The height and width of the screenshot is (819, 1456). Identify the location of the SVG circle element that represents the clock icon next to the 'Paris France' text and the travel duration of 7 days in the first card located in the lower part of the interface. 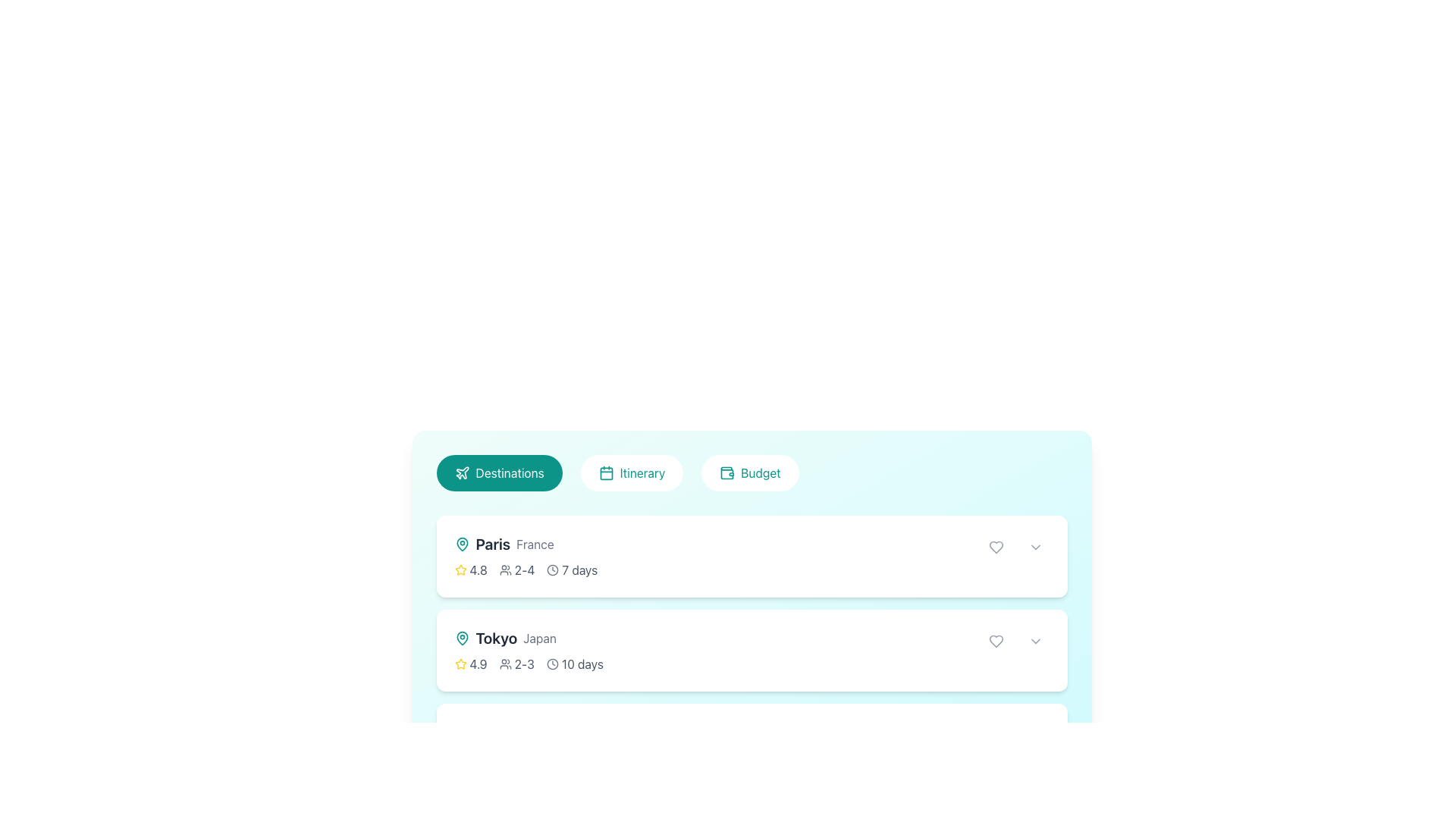
(552, 570).